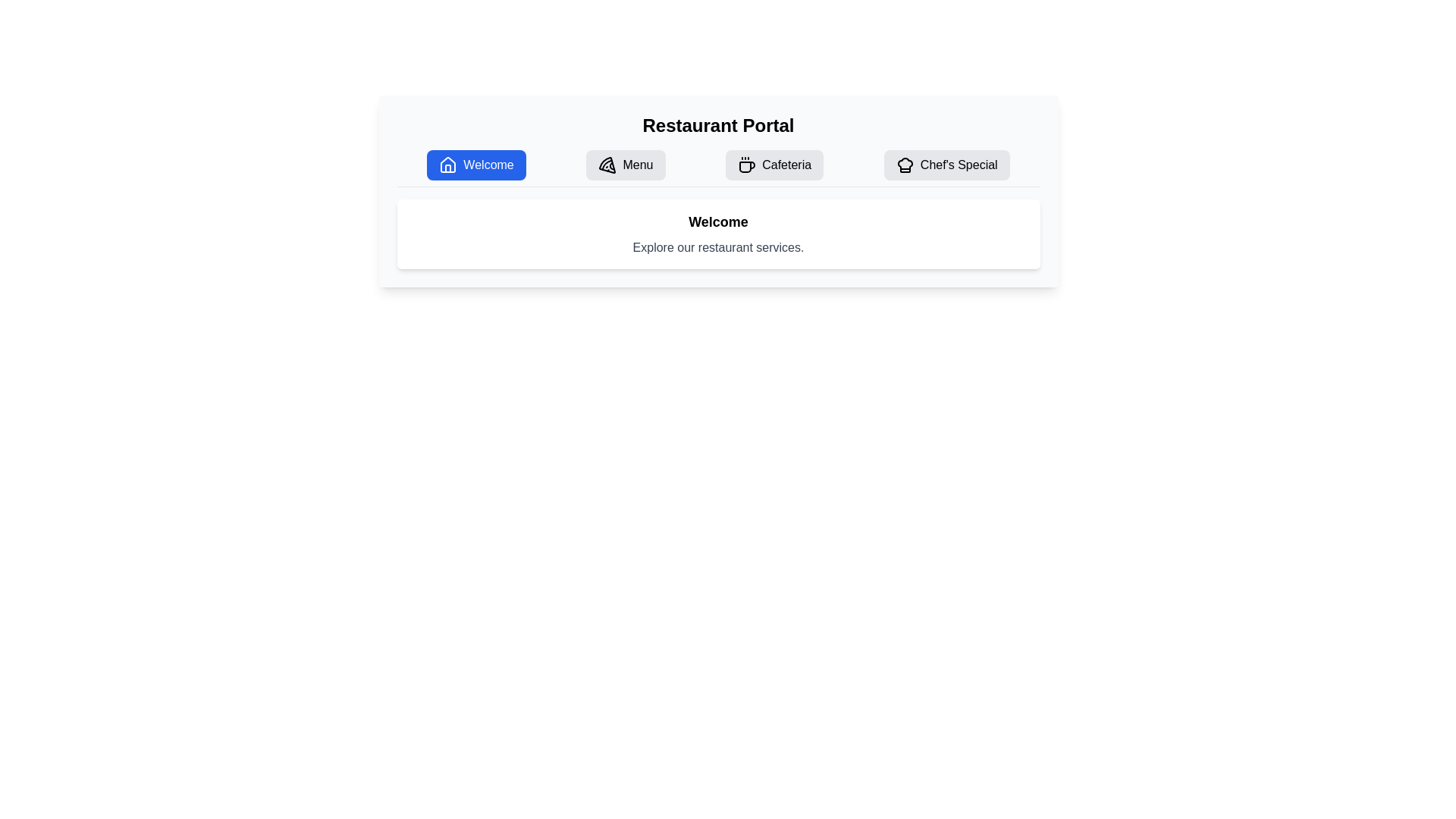 This screenshot has height=819, width=1456. Describe the element at coordinates (946, 165) in the screenshot. I see `the 'Chef's Special' button in the navigation bar` at that location.